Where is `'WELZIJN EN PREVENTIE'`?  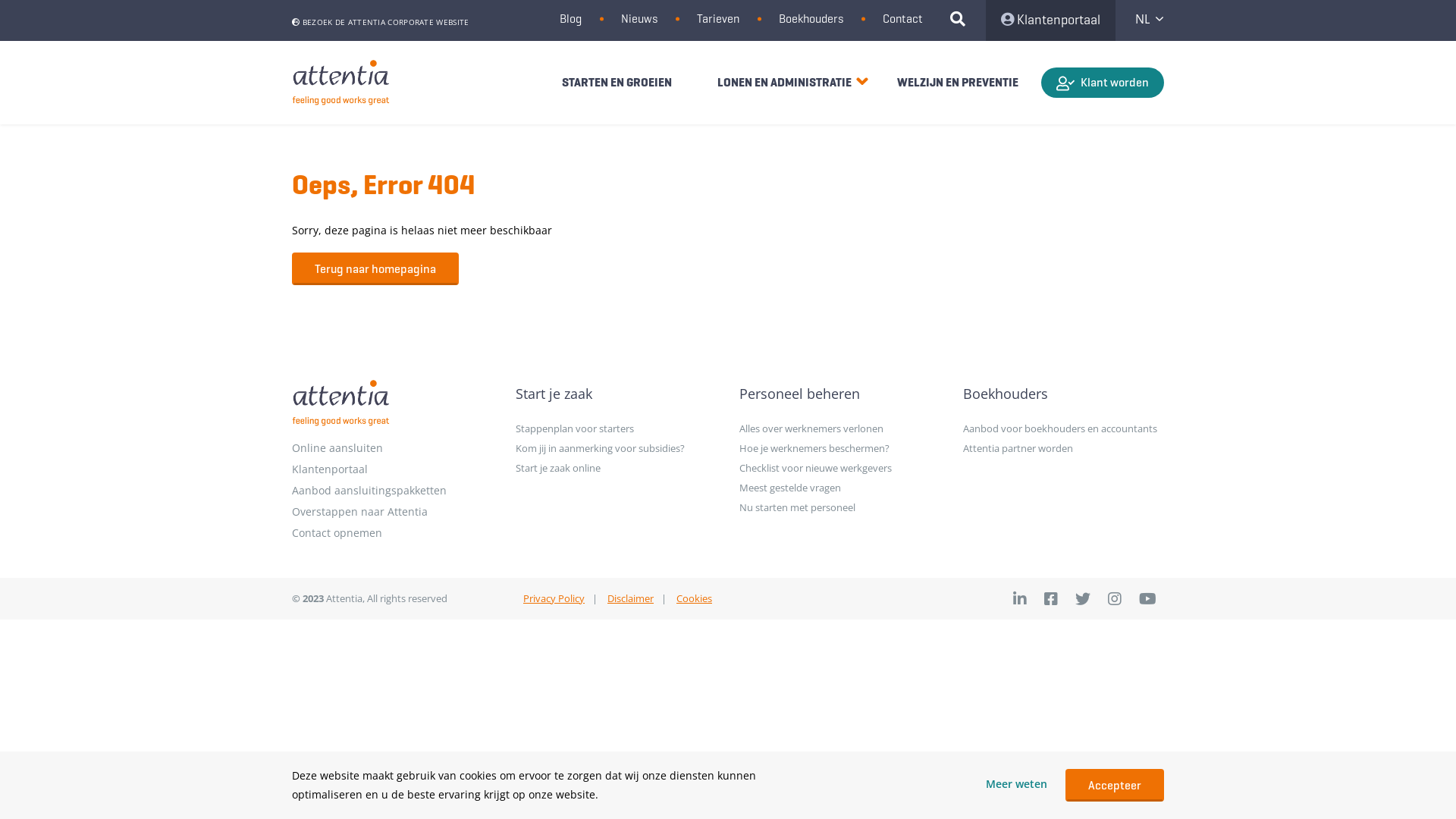
'WELZIJN EN PREVENTIE' is located at coordinates (956, 82).